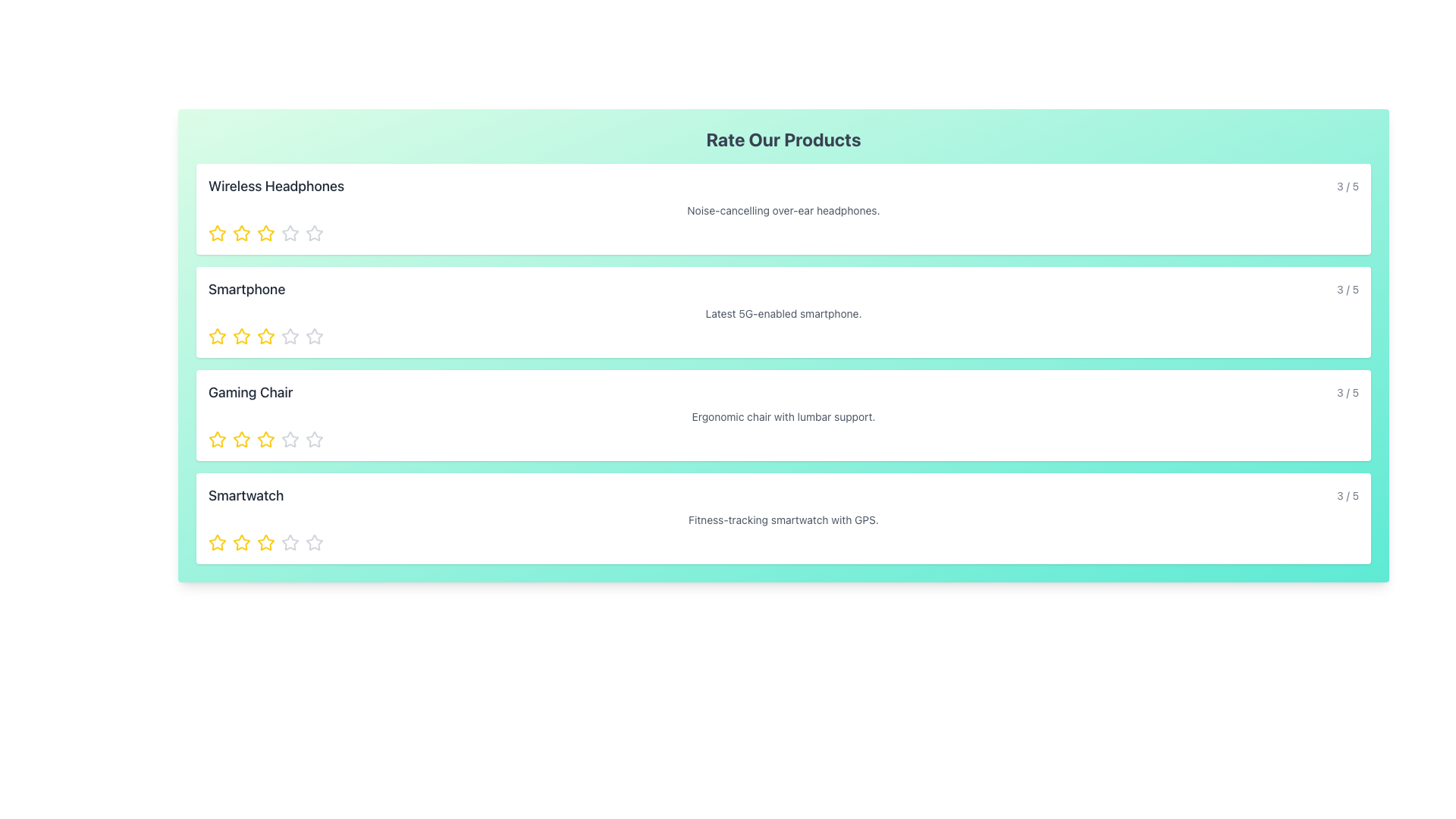  Describe the element at coordinates (313, 233) in the screenshot. I see `the fourth star rating icon in the 'Wireless Headphones' rating section` at that location.